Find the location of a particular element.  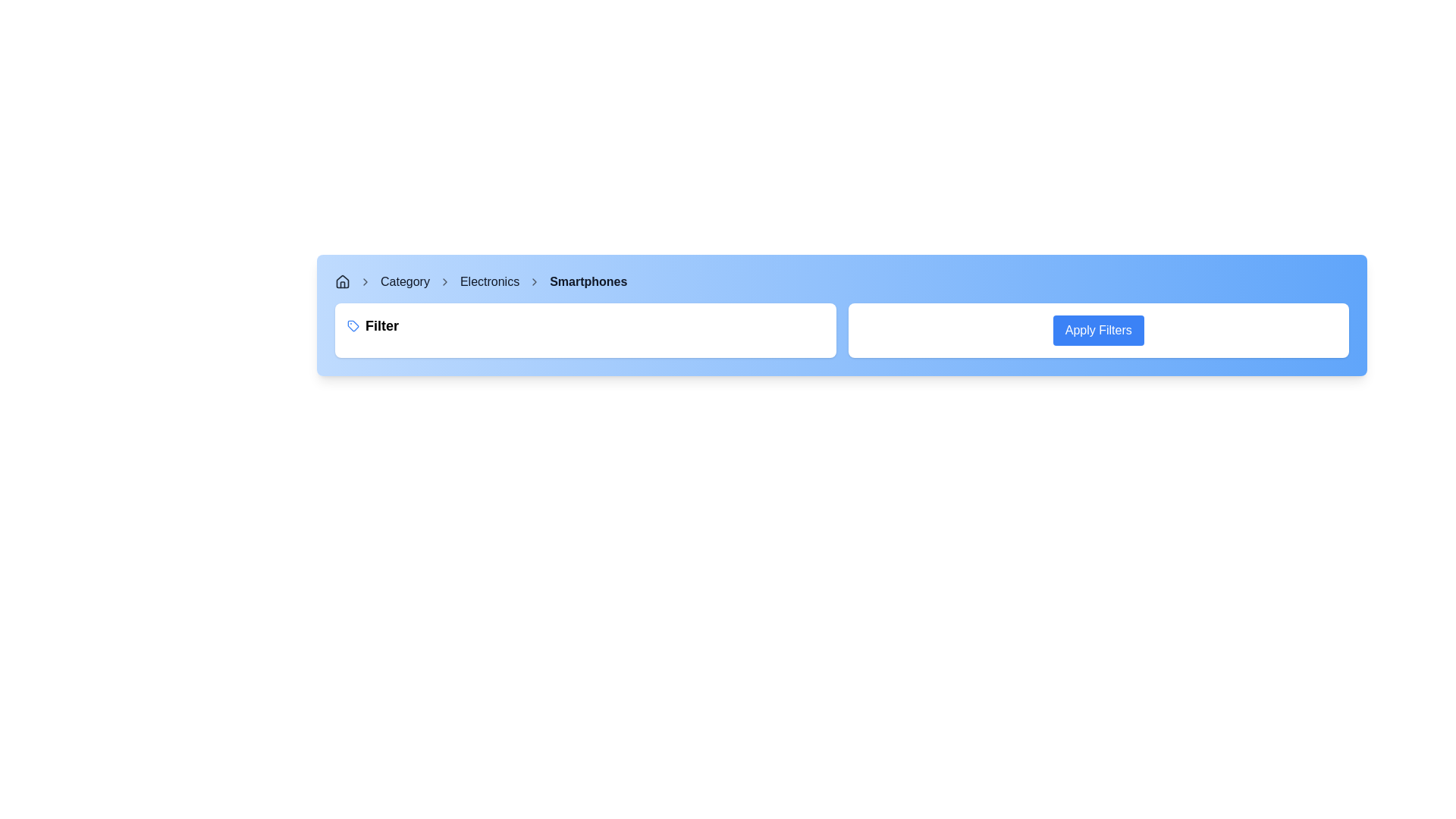

the navigation icon located between the 'Electronics' and 'Smartphones' text links in the breadcrumb navigation bar is located at coordinates (535, 281).